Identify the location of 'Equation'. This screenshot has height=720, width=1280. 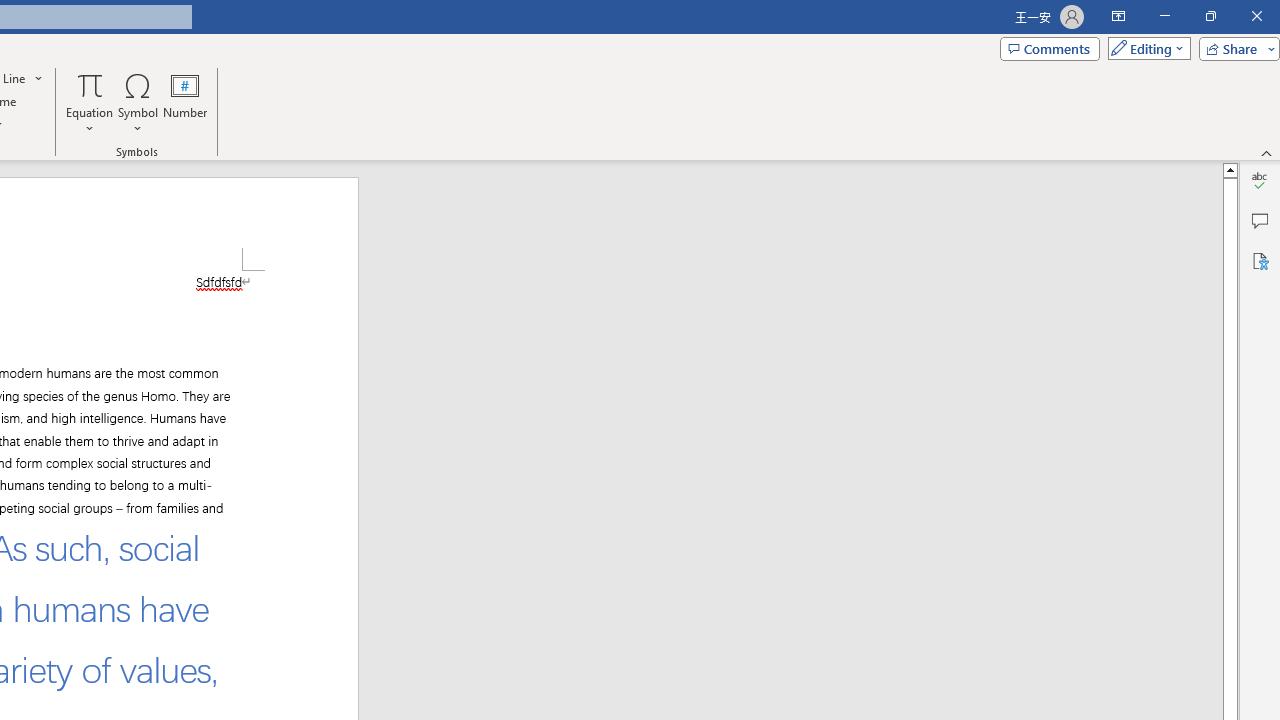
(89, 84).